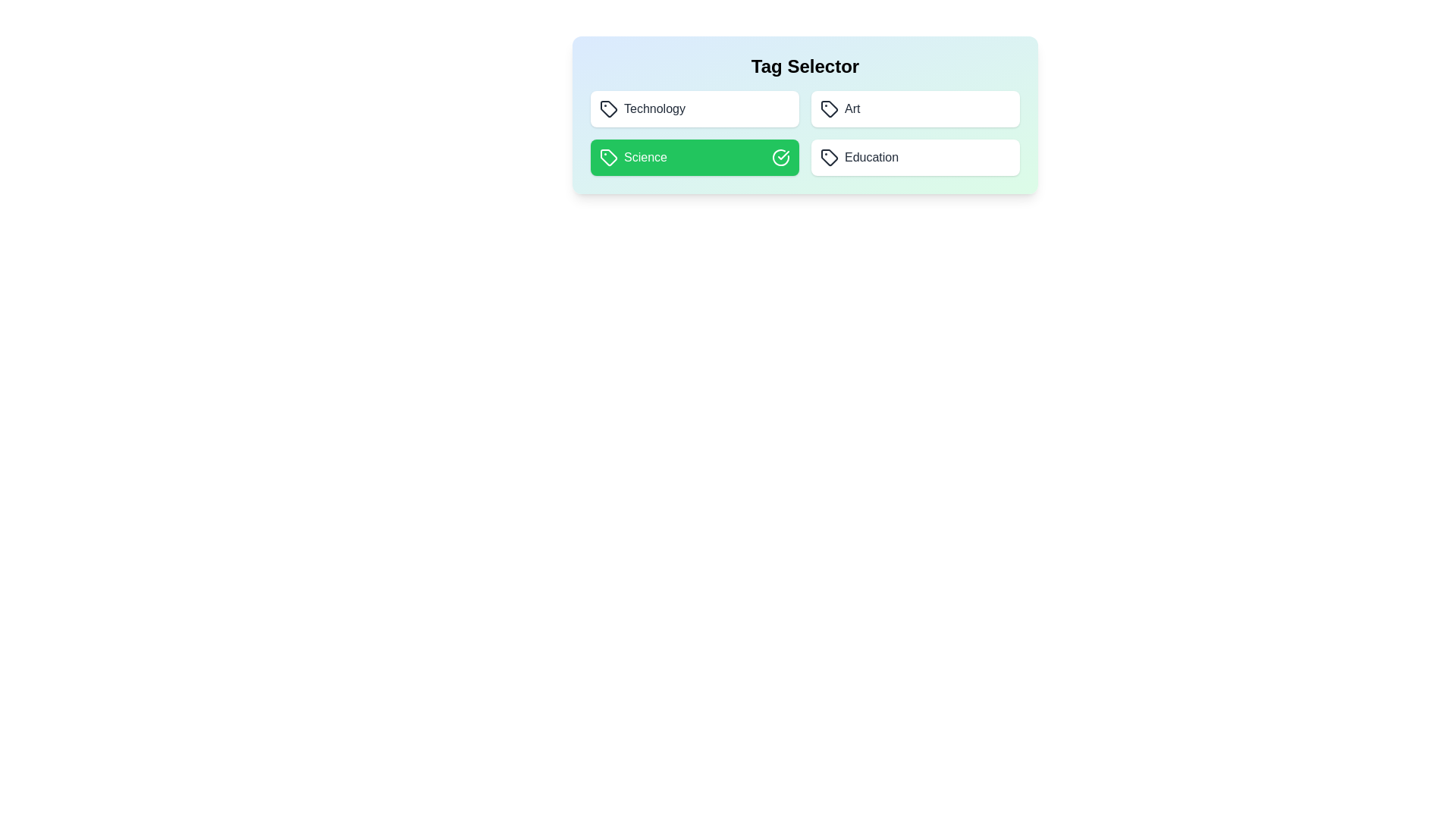 This screenshot has width=1456, height=819. Describe the element at coordinates (694, 108) in the screenshot. I see `the tag Technology by clicking on it` at that location.